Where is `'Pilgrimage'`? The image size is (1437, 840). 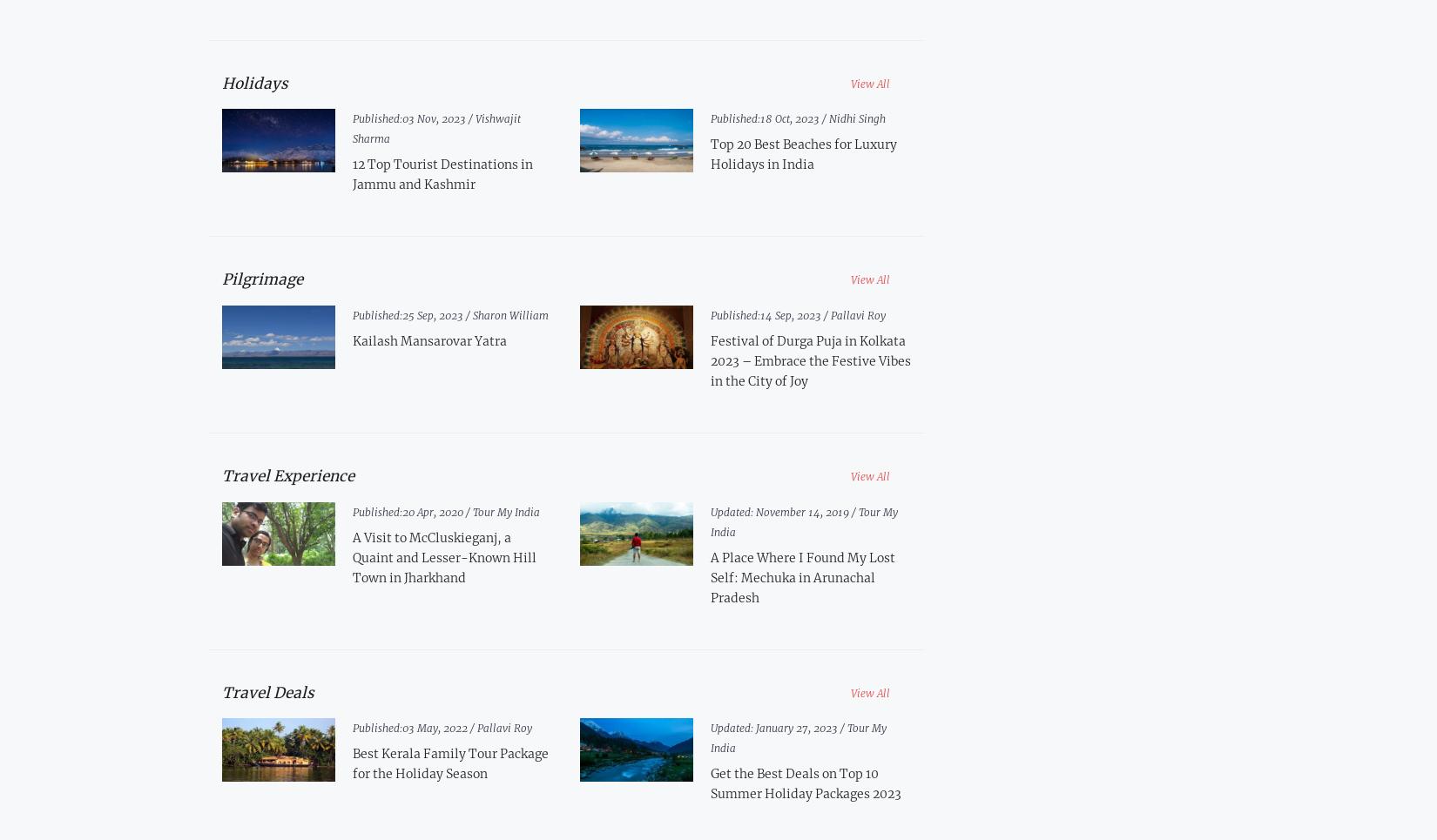
'Pilgrimage' is located at coordinates (262, 278).